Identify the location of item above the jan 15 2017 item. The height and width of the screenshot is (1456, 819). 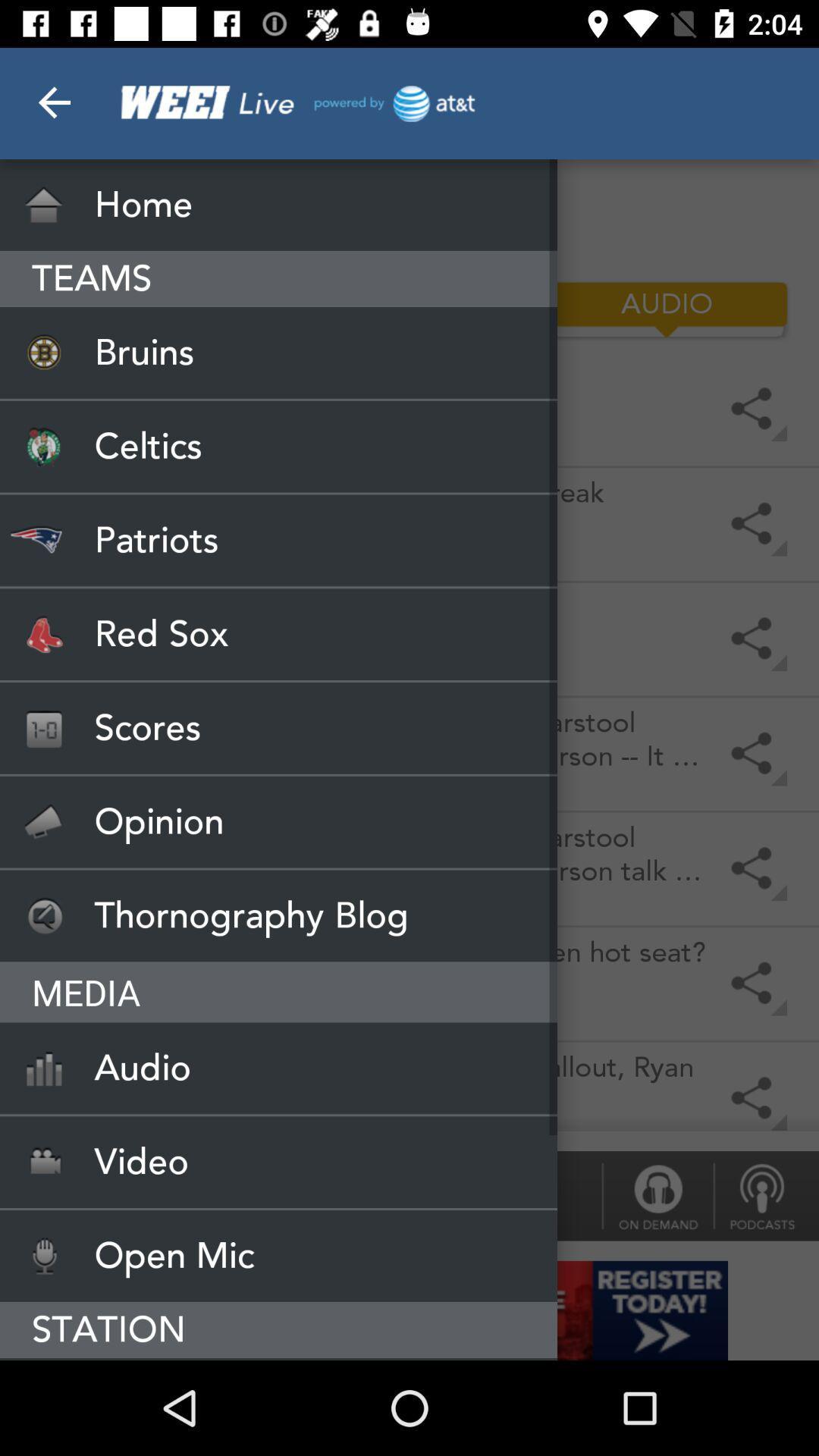
(278, 728).